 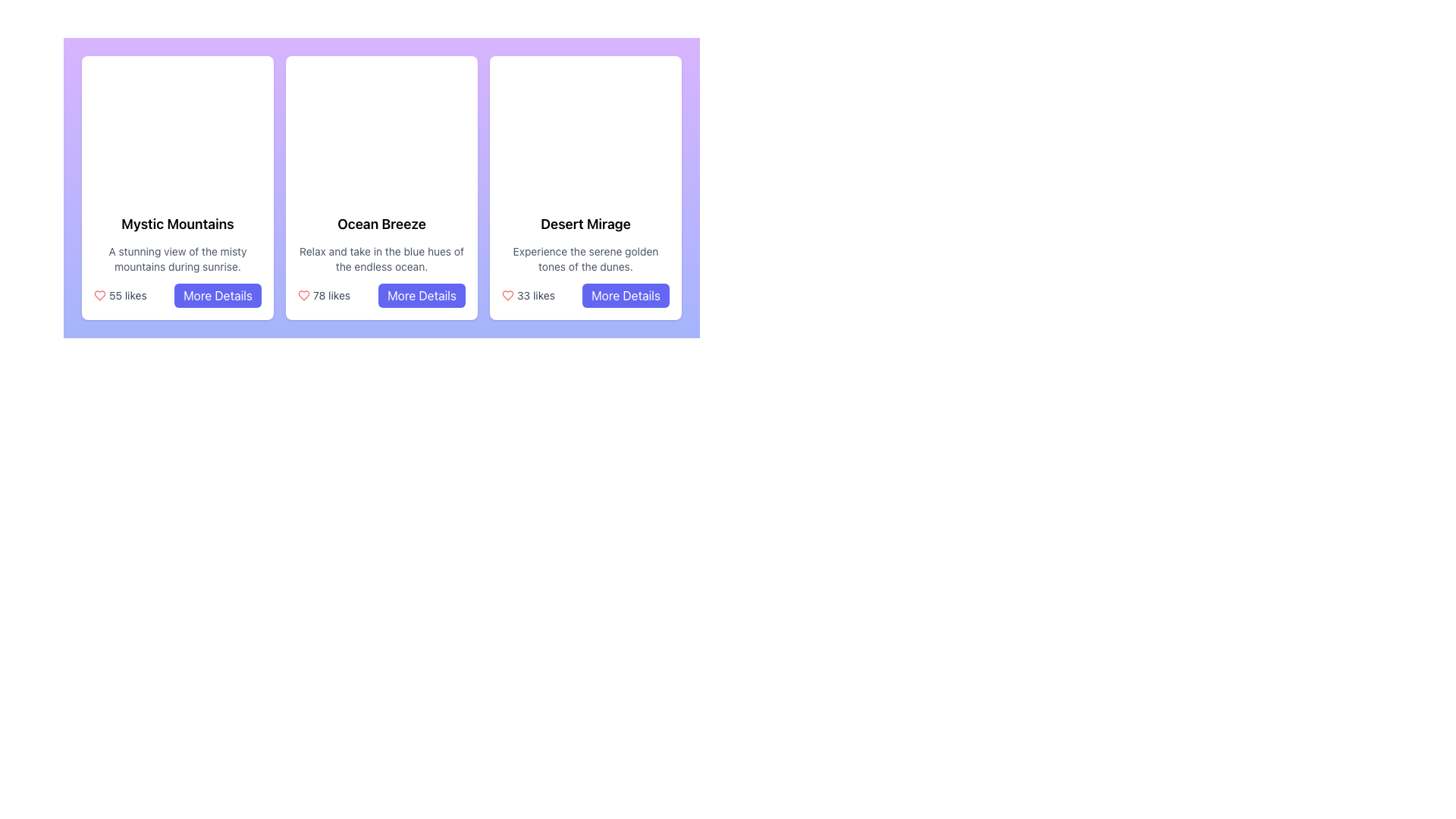 What do you see at coordinates (508, 295) in the screenshot?
I see `the heart-shaped like icon located below the title 'Ocean Breeze', the second heart icon from the left, indicating a favorite feature` at bounding box center [508, 295].